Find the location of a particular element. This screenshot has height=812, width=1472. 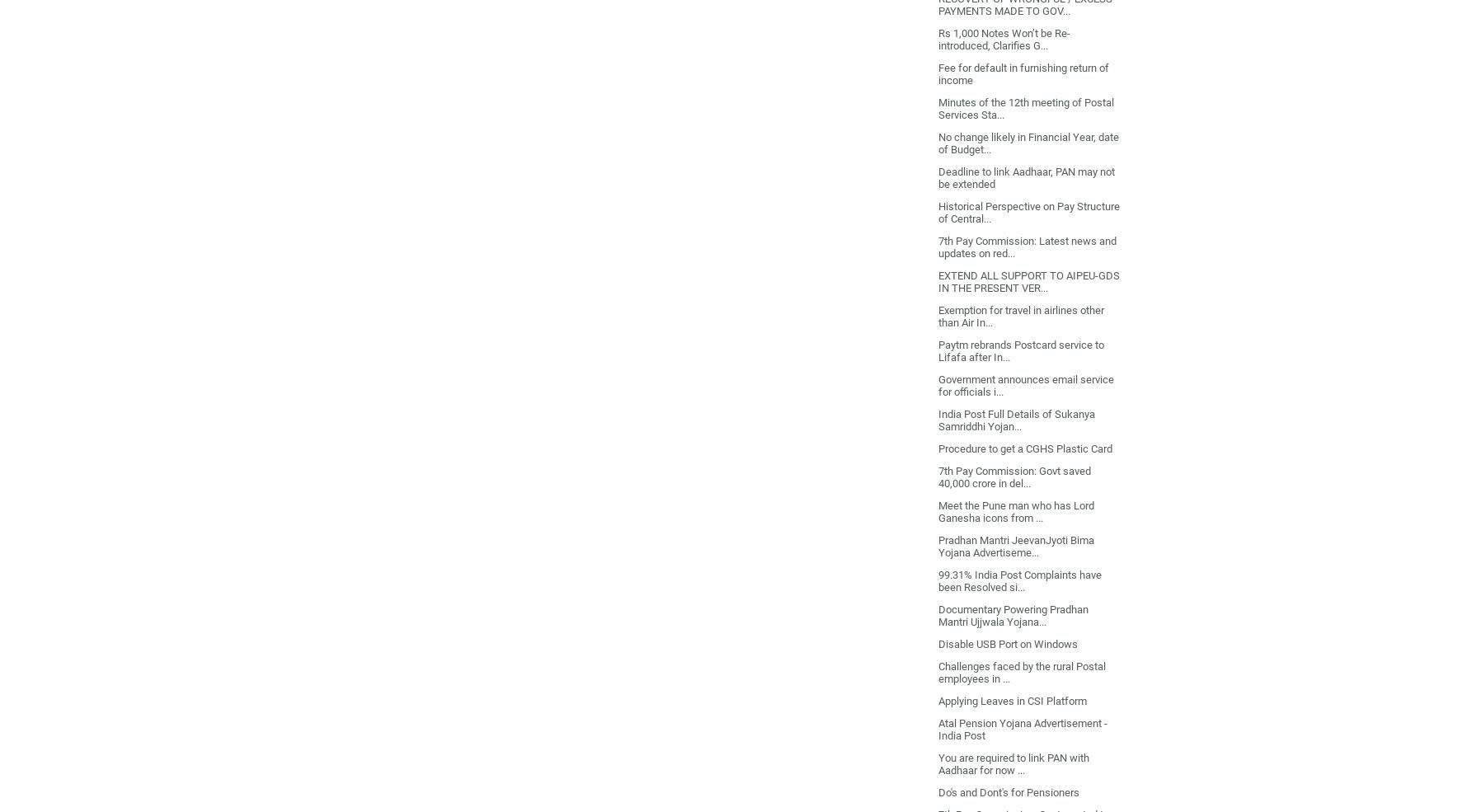

'Do's and Dont's for Pensioners' is located at coordinates (1007, 791).